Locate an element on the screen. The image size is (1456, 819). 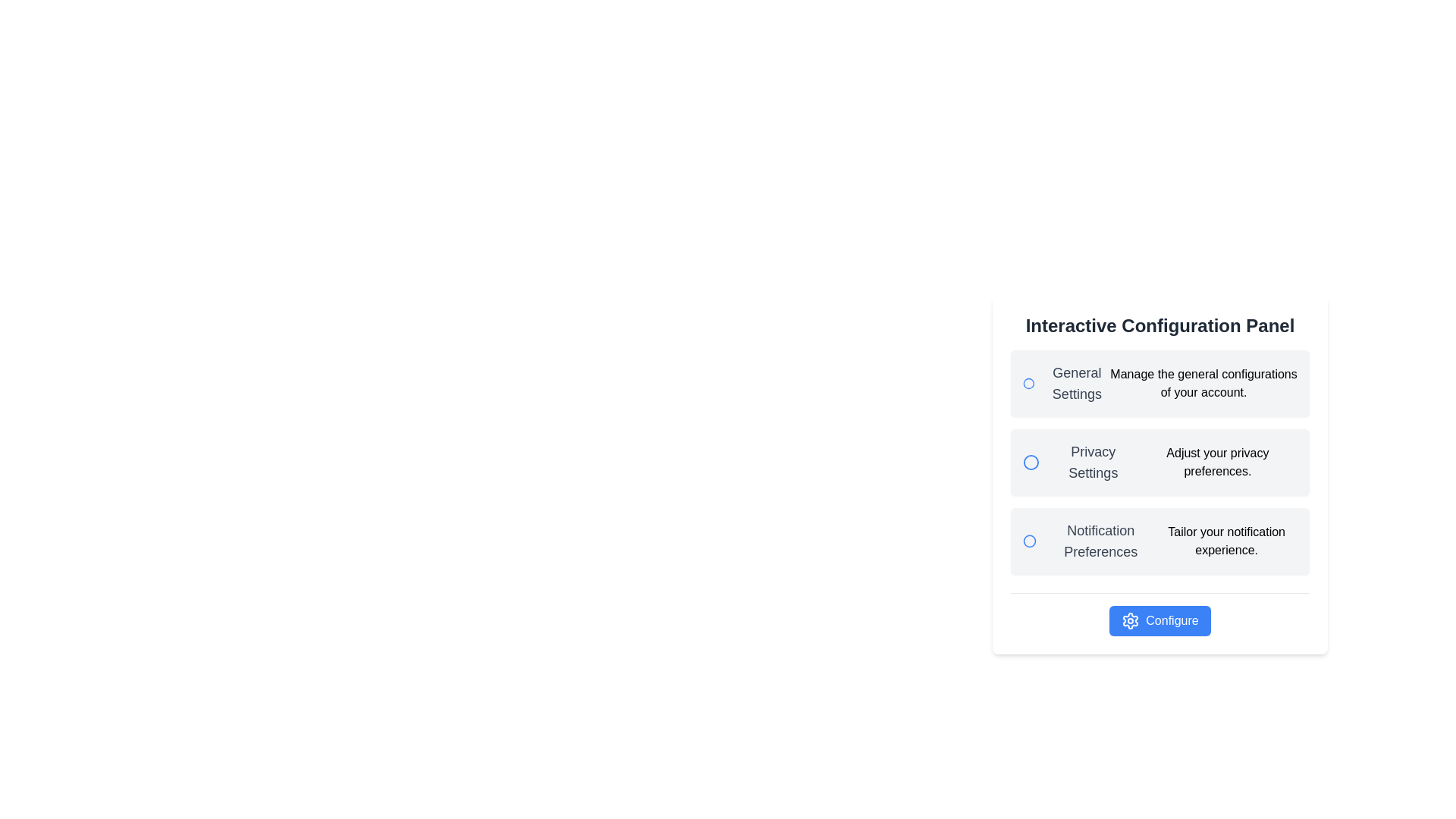
the section titles or descriptions in the vertical list of settings displayed within the interactive configuration panel, located below the title 'Interactive Configuration Panel' and above the 'Configure' button is located at coordinates (1159, 461).